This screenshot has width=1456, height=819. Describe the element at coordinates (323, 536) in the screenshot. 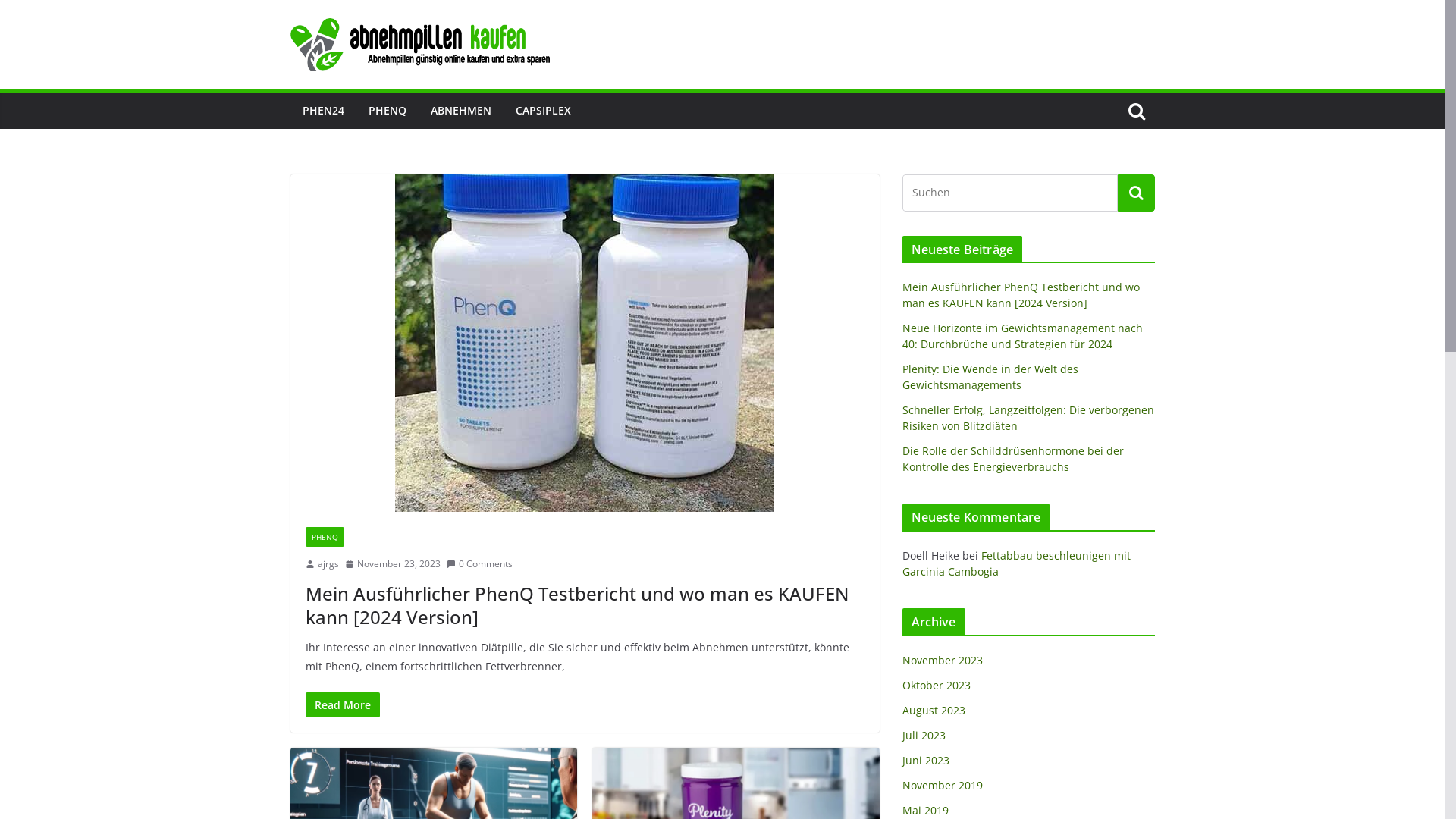

I see `'PHENQ'` at that location.